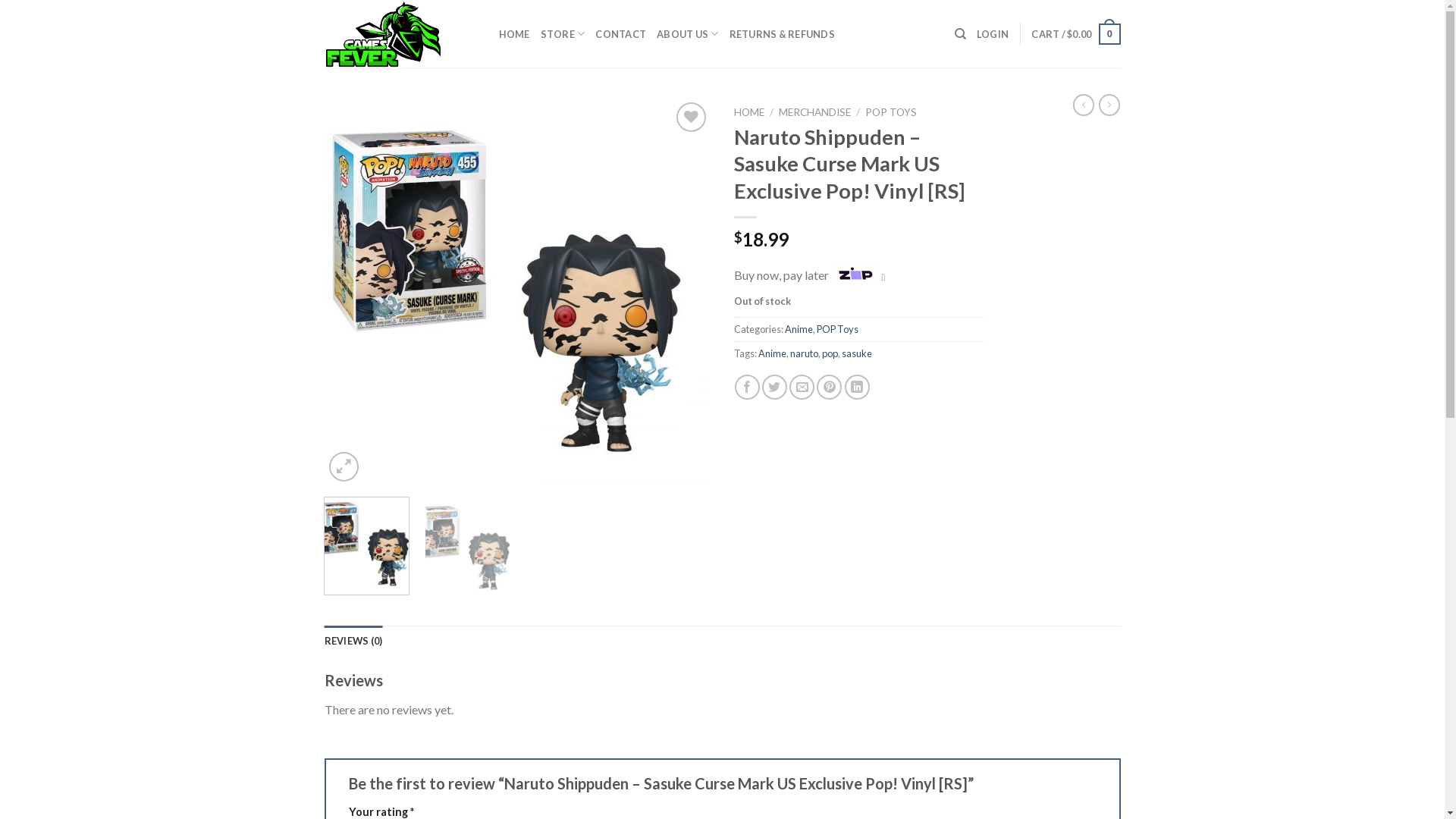 The image size is (1456, 819). I want to click on 'Zoom', so click(343, 466).